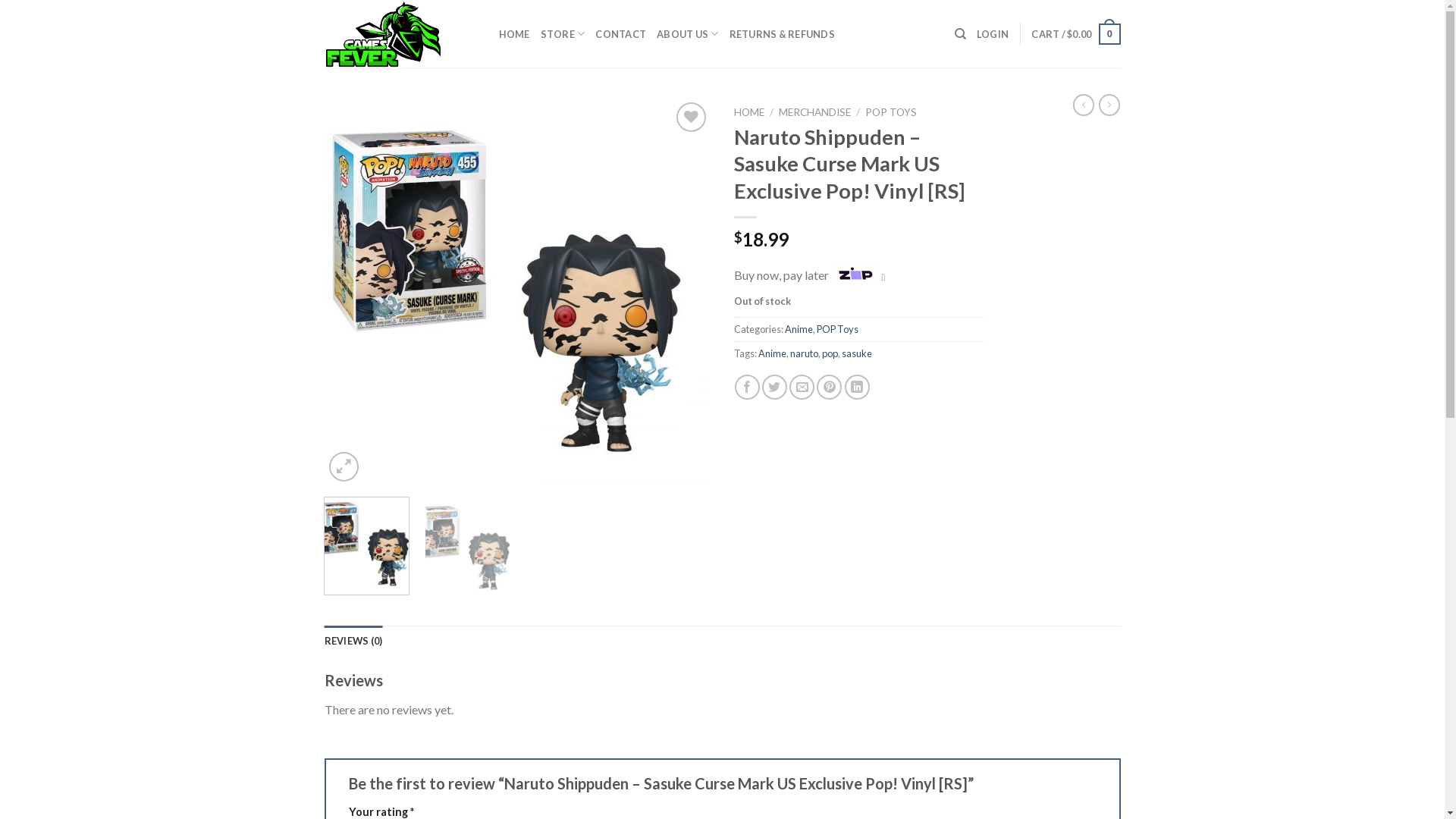 The image size is (1456, 819). I want to click on 'Zoom', so click(343, 466).